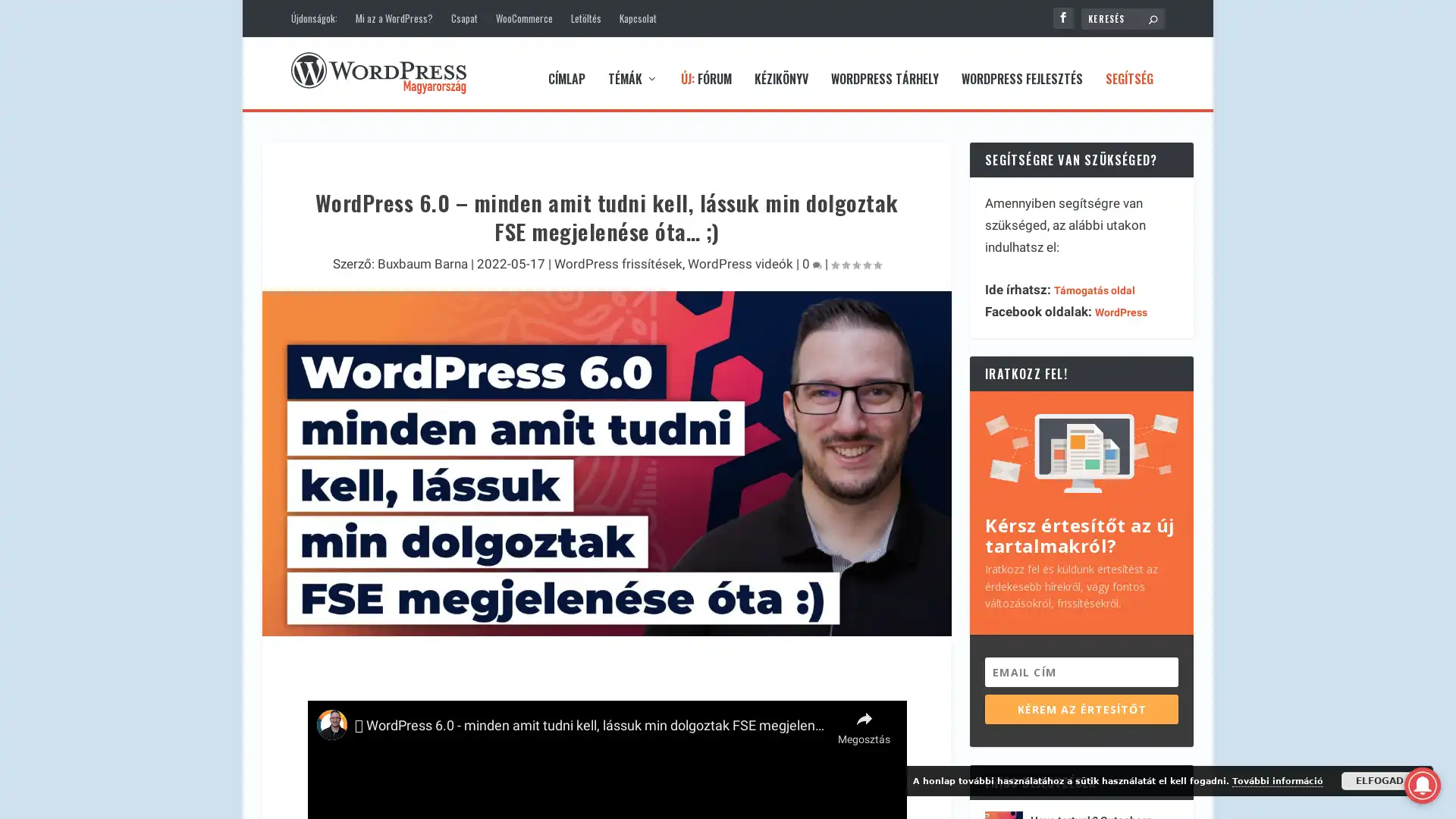 The width and height of the screenshot is (1456, 819). Describe the element at coordinates (1379, 780) in the screenshot. I see `ELFOGAD` at that location.